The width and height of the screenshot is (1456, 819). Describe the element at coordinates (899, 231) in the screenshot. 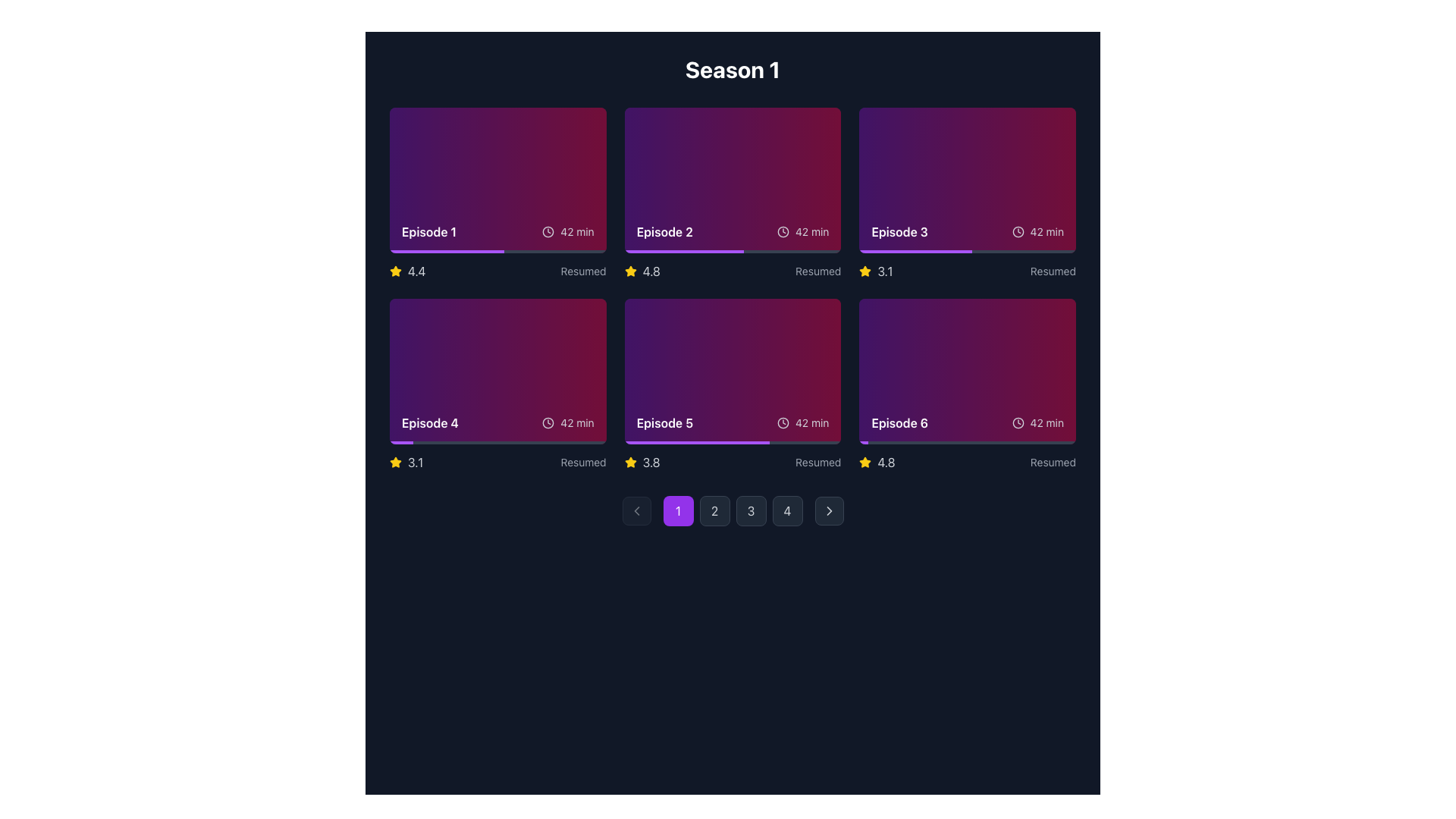

I see `Text Label indicating the specific episode in the third card of the top row, located adjacent to 'Episode 2' on the left and 'Episode 4' below` at that location.